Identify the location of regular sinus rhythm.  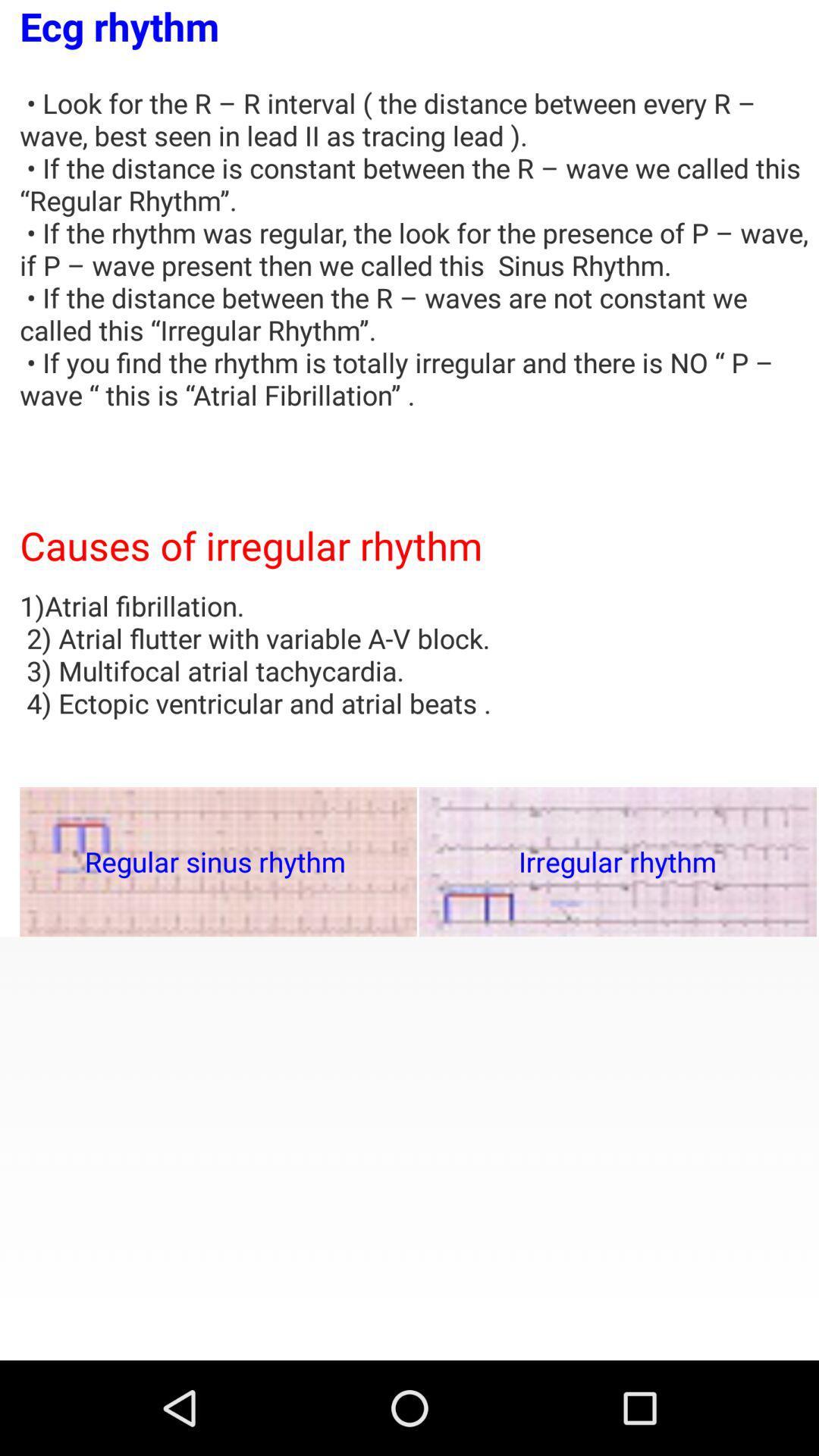
(218, 861).